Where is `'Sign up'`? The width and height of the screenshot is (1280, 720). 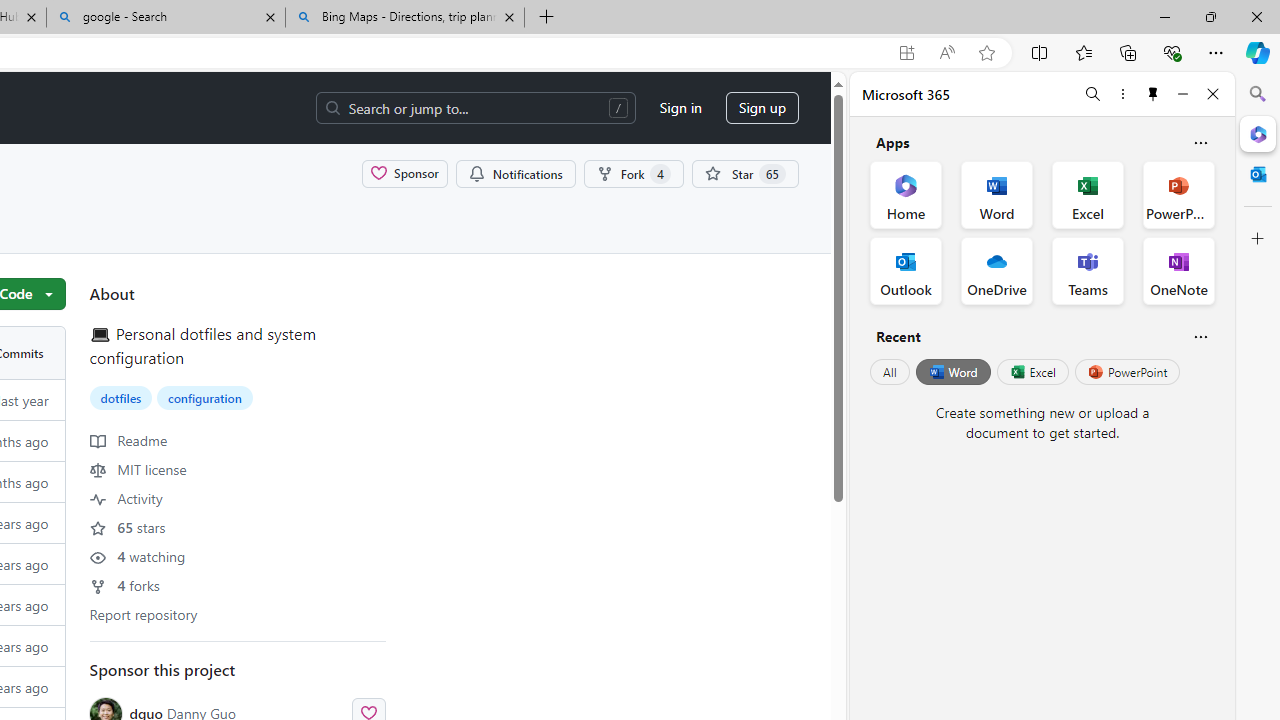 'Sign up' is located at coordinates (761, 108).